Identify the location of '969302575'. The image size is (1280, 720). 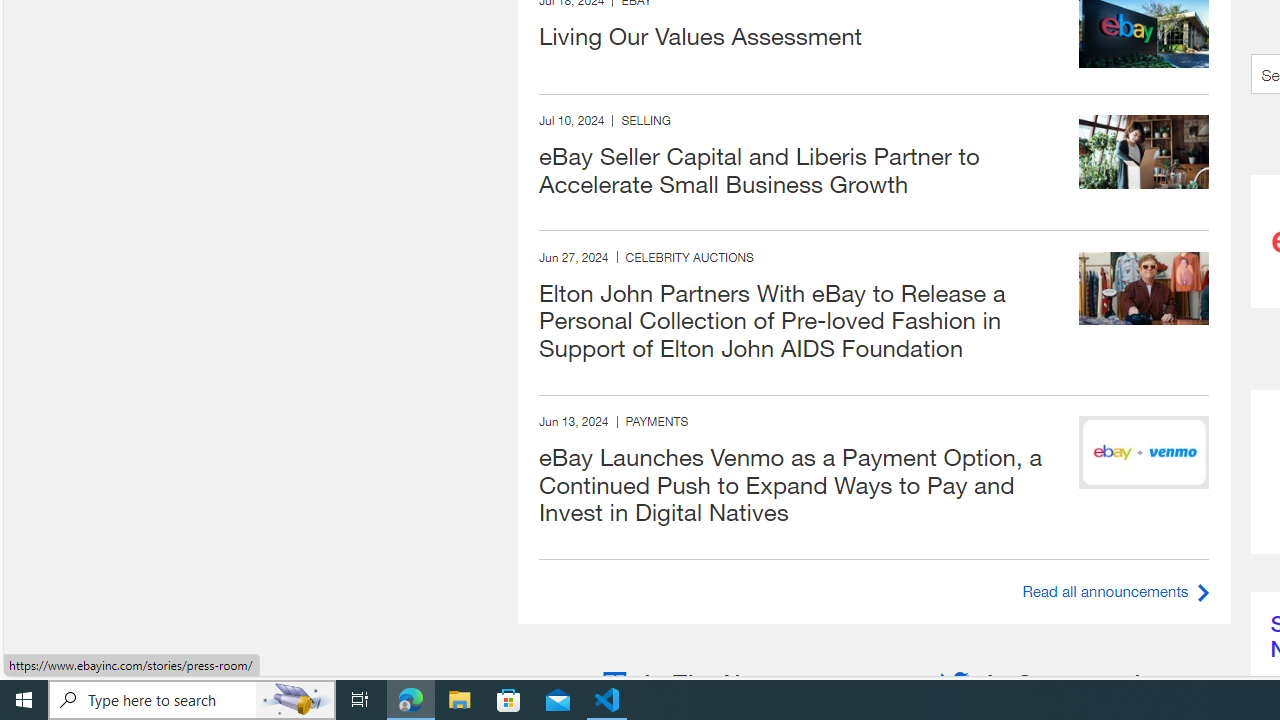
(1144, 288).